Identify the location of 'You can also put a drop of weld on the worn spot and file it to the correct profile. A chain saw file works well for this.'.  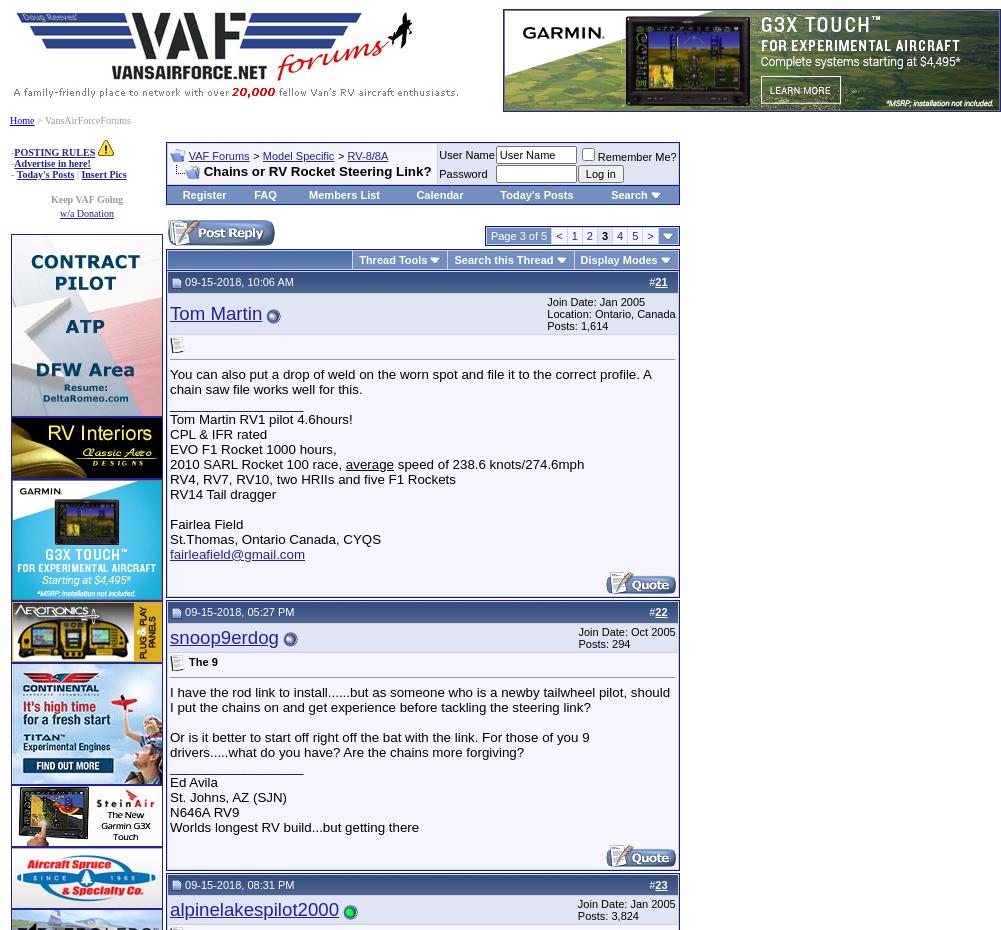
(409, 380).